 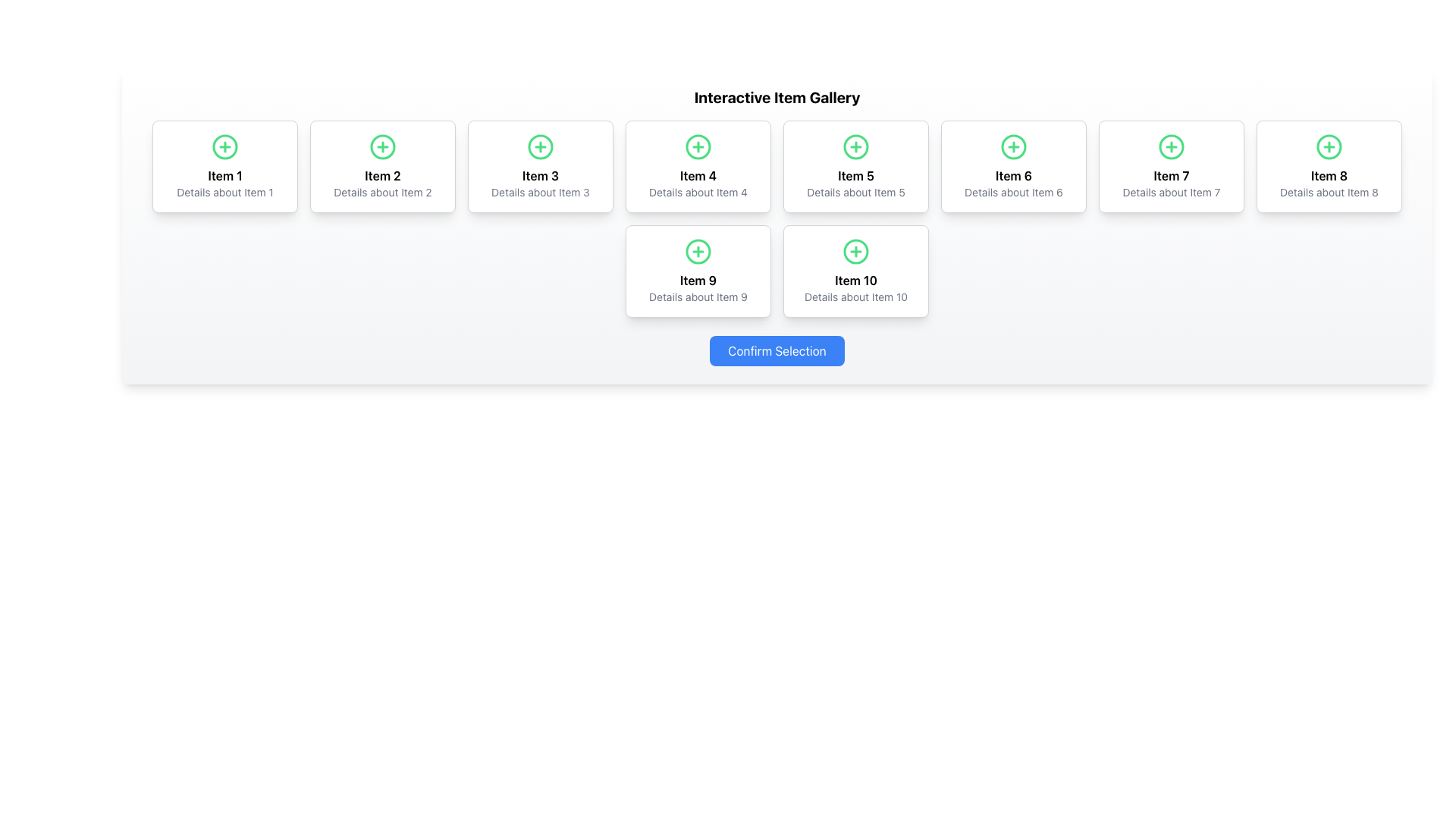 What do you see at coordinates (1171, 174) in the screenshot?
I see `text label 'Item 7' located in the seventh card of the second row within a grid of cards` at bounding box center [1171, 174].